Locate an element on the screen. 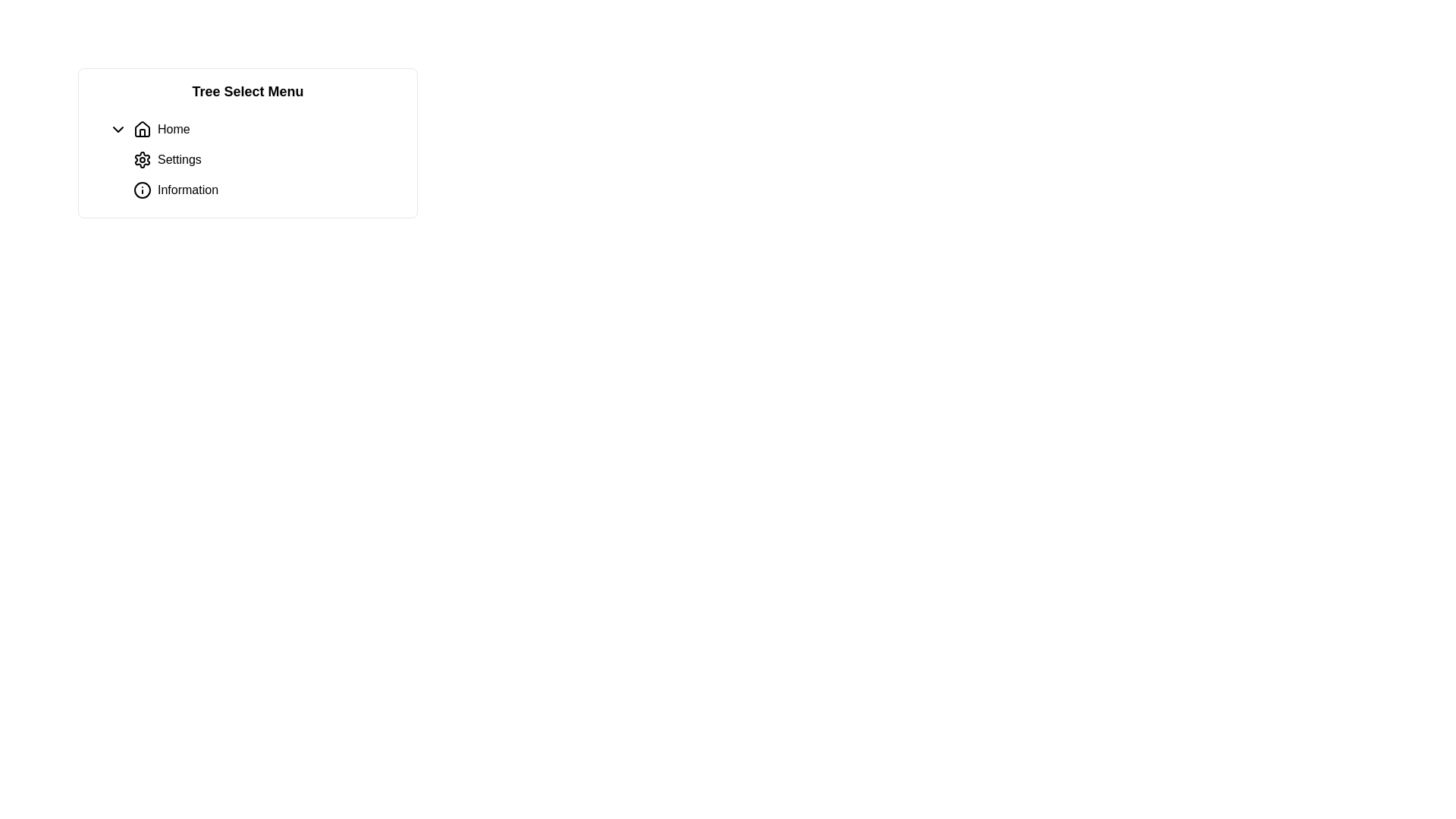 Image resolution: width=1456 pixels, height=819 pixels. the central circular part of the 'Information' icon, which has a black border and is located adjacent to the text label 'Information' is located at coordinates (142, 189).